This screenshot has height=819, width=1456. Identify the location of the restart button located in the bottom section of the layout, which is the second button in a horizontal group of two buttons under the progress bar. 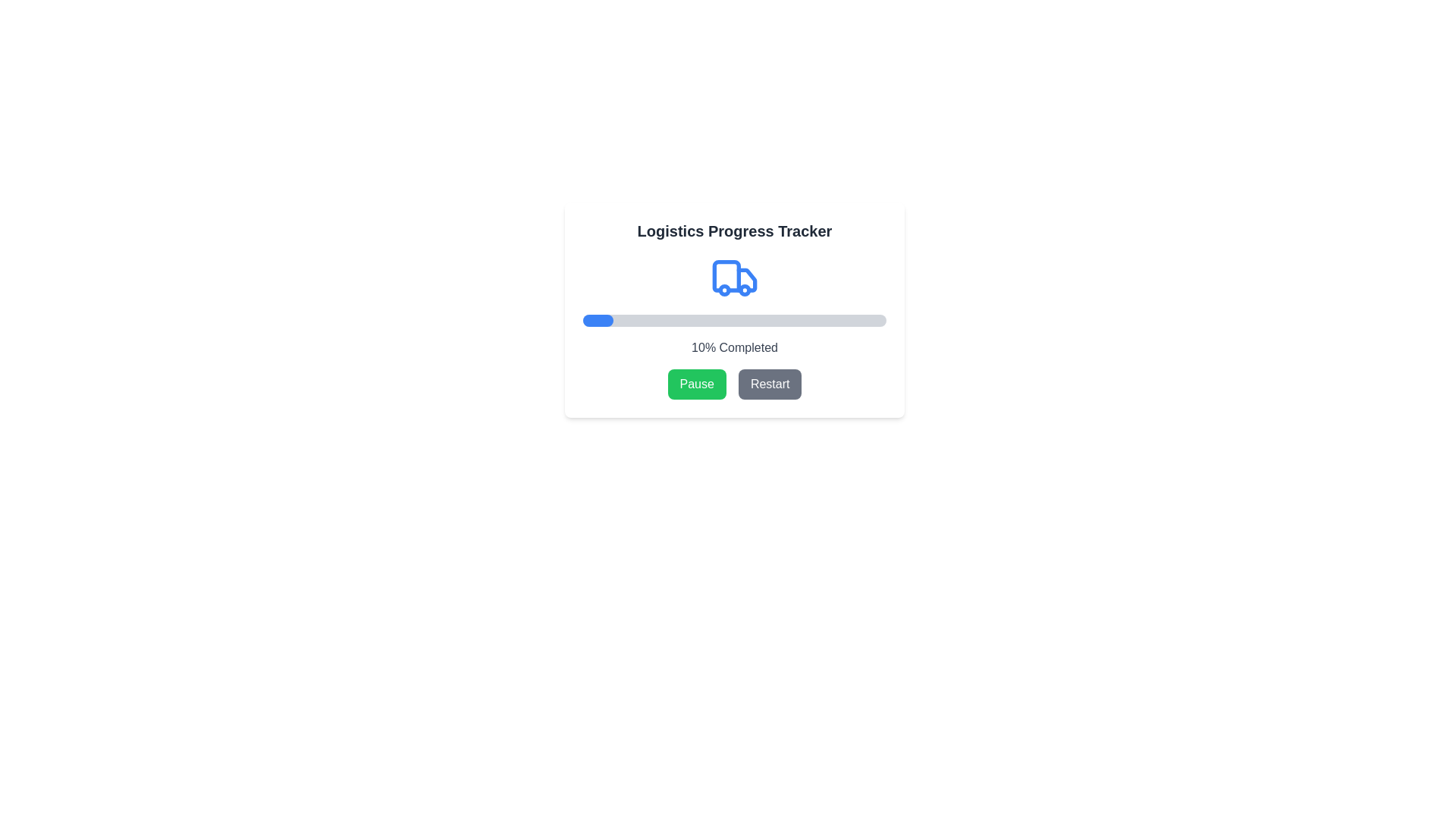
(770, 383).